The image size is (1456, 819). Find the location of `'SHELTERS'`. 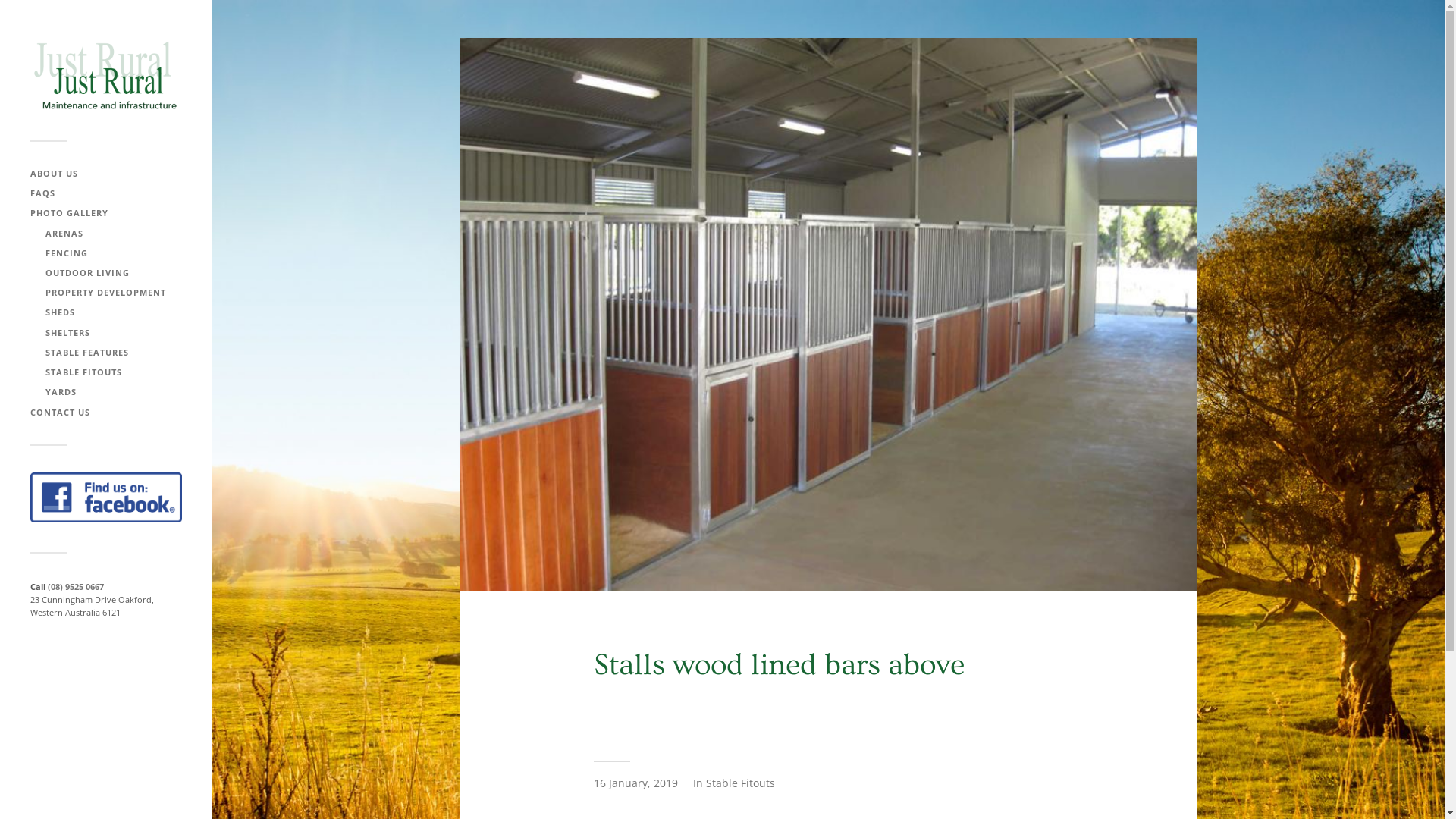

'SHELTERS' is located at coordinates (67, 331).